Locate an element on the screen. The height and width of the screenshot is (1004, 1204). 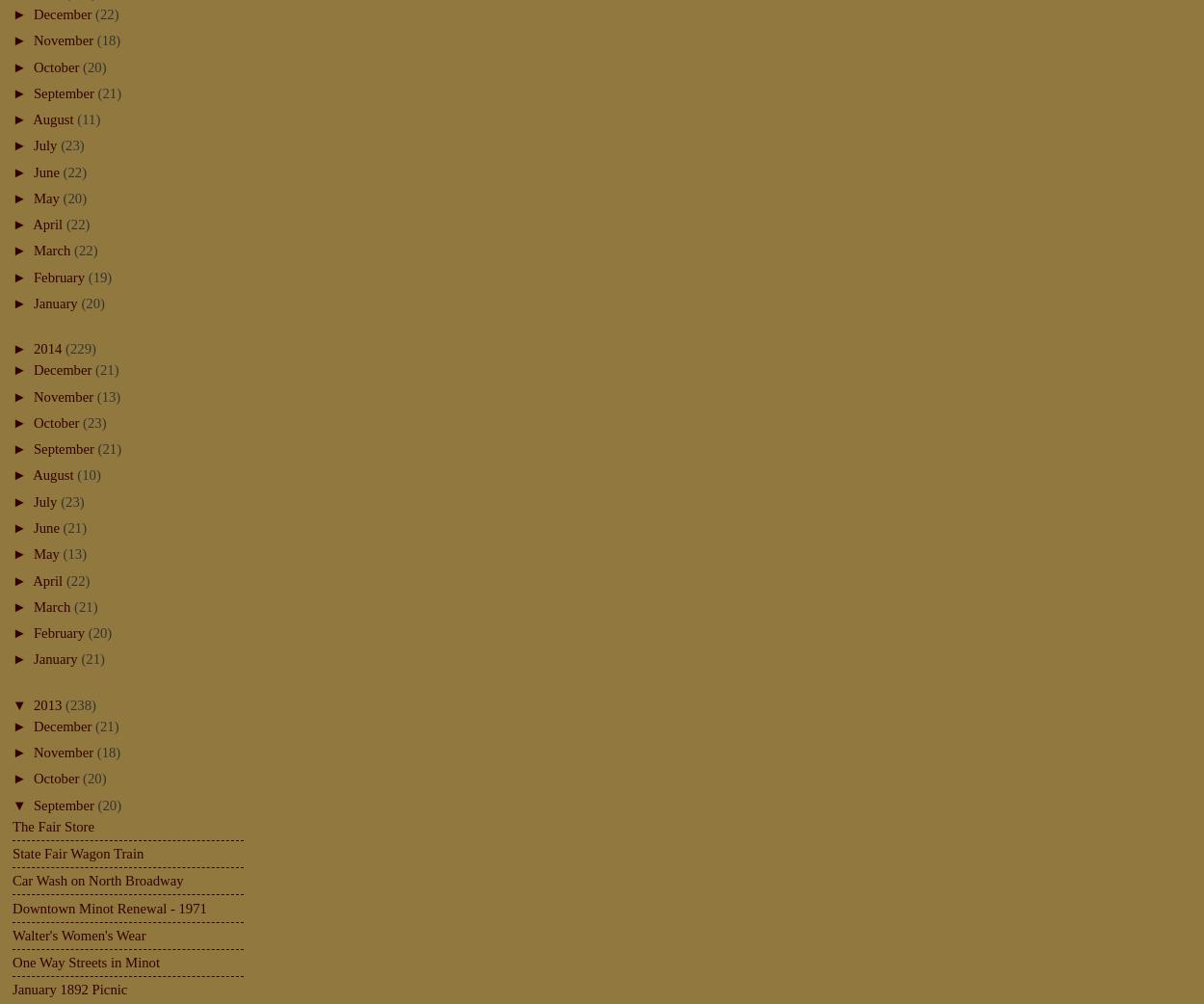
'January 1892 Picnic' is located at coordinates (68, 989).